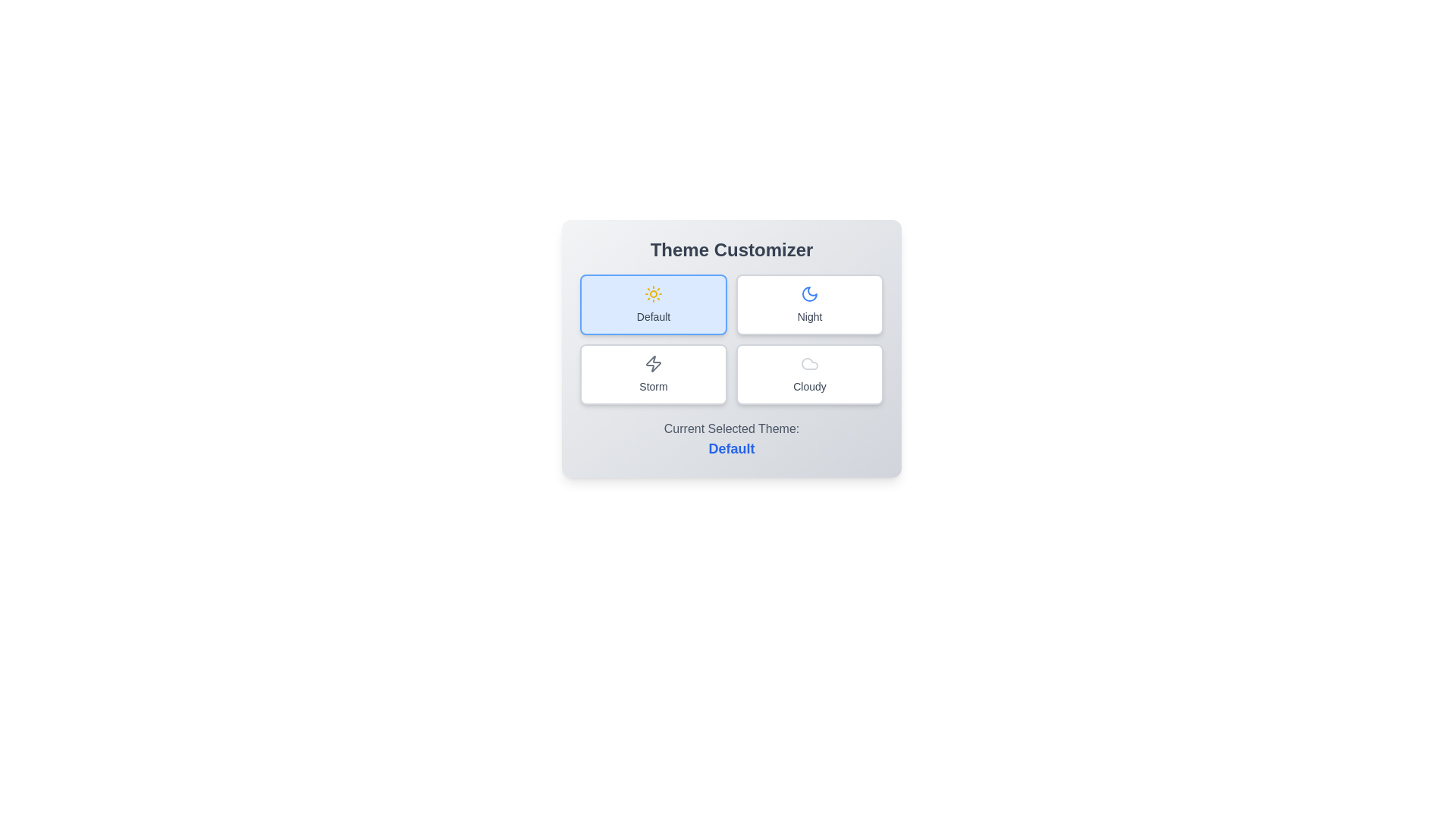 The image size is (1456, 819). I want to click on the theme Night by clicking on its corresponding button, so click(809, 304).